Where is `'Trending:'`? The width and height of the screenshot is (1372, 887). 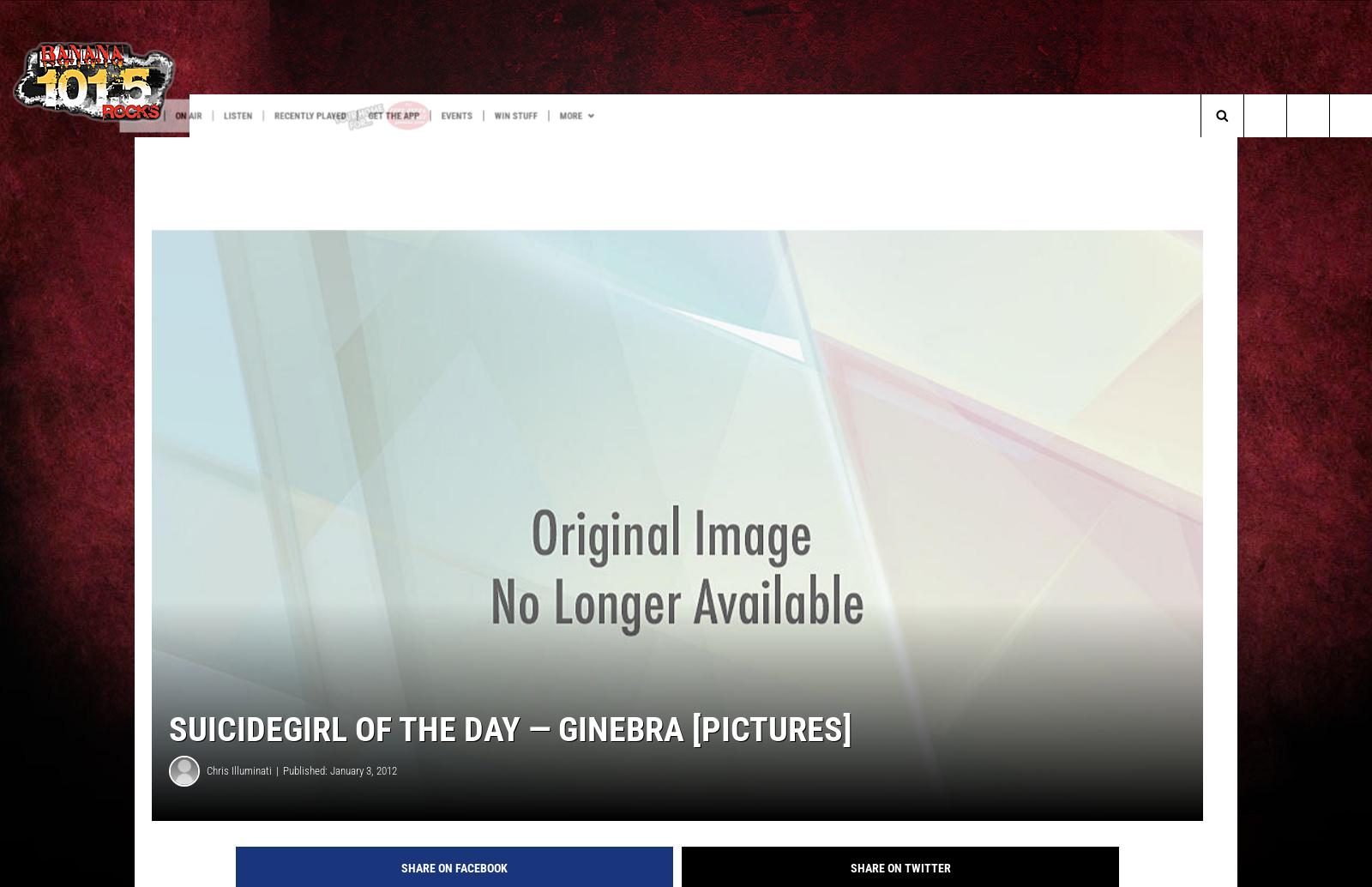 'Trending:' is located at coordinates (52, 150).